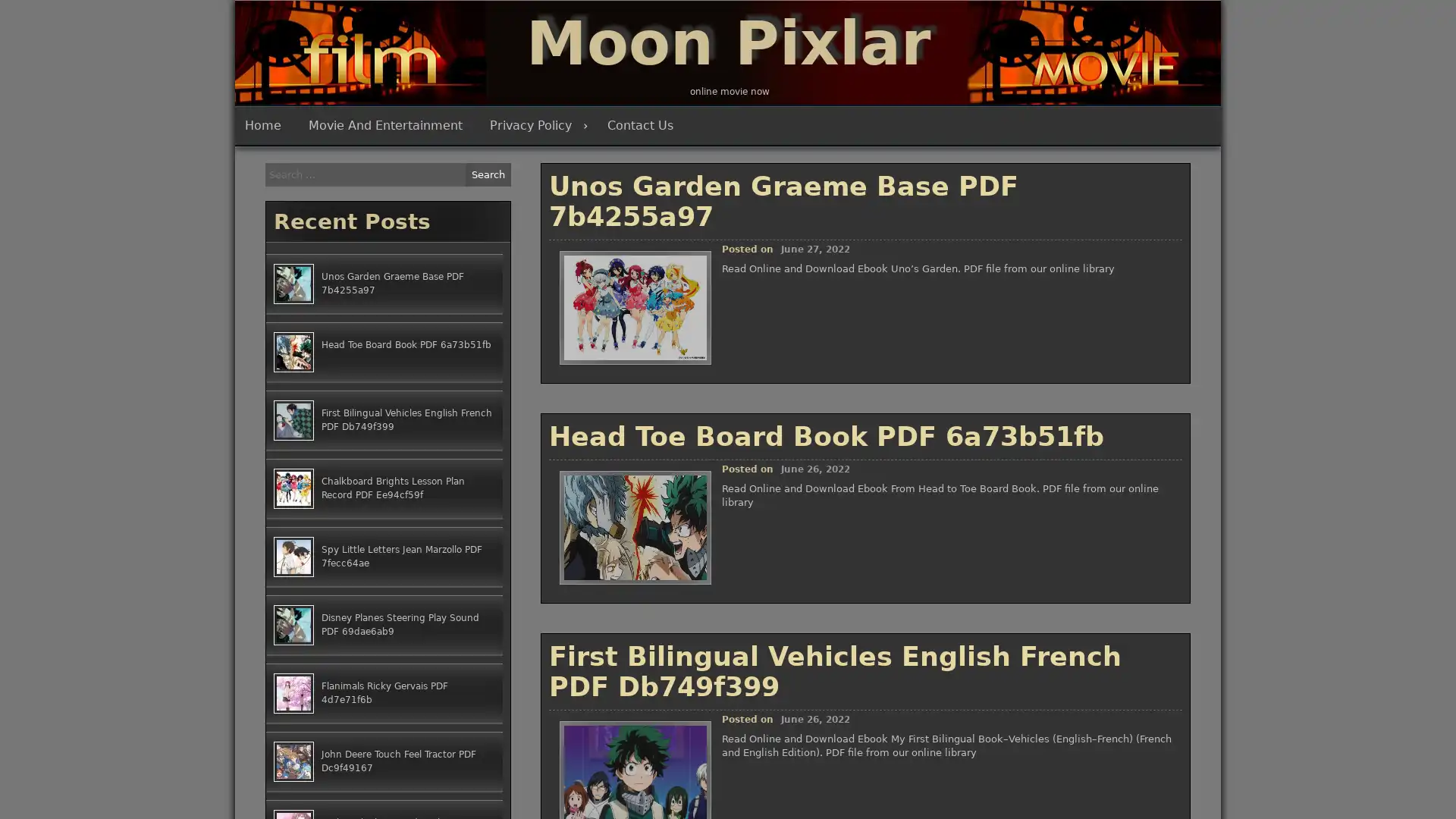 The width and height of the screenshot is (1456, 819). What do you see at coordinates (488, 174) in the screenshot?
I see `Search` at bounding box center [488, 174].